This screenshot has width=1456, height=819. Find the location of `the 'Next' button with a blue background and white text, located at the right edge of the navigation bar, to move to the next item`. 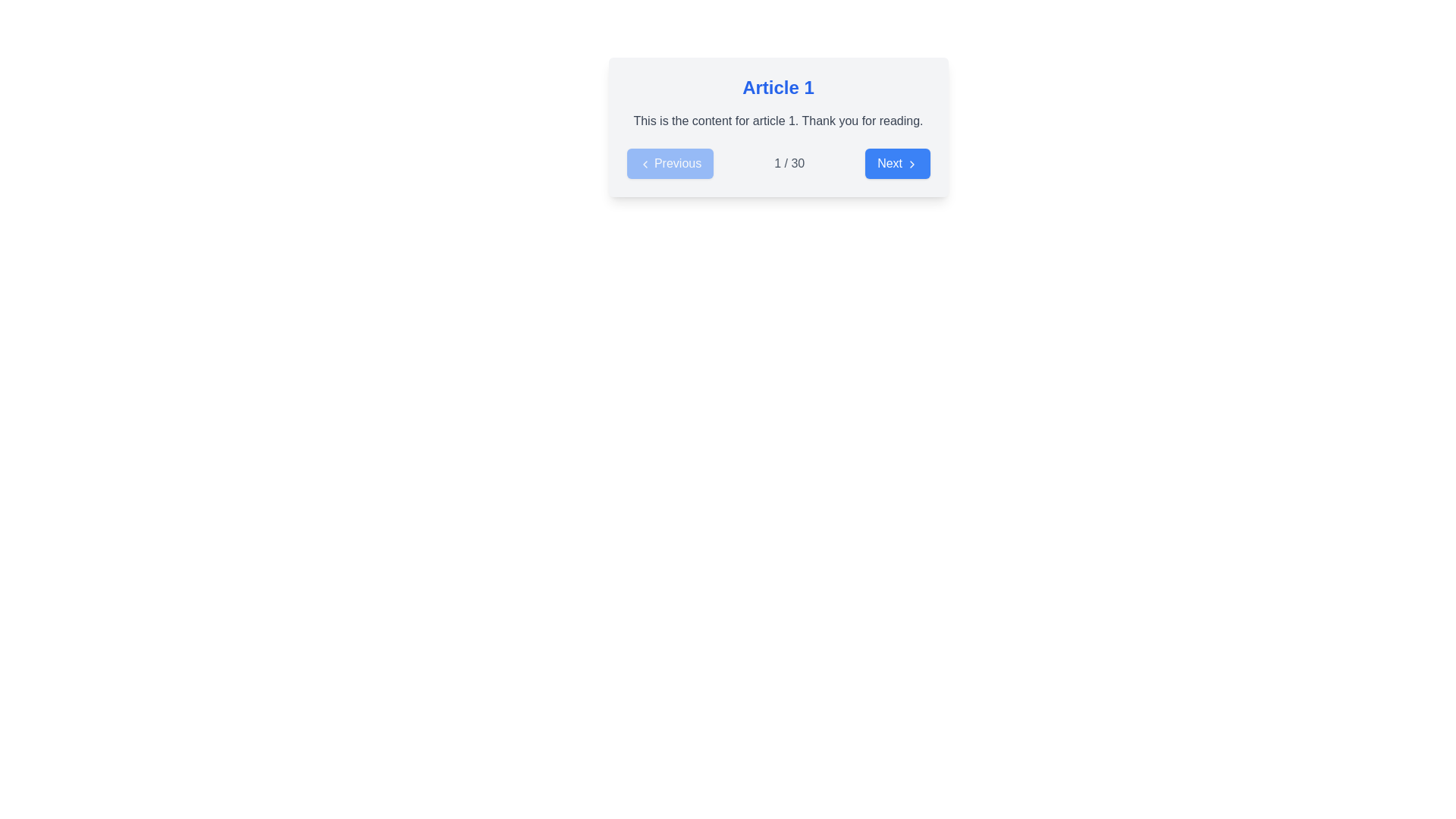

the 'Next' button with a blue background and white text, located at the right edge of the navigation bar, to move to the next item is located at coordinates (897, 164).